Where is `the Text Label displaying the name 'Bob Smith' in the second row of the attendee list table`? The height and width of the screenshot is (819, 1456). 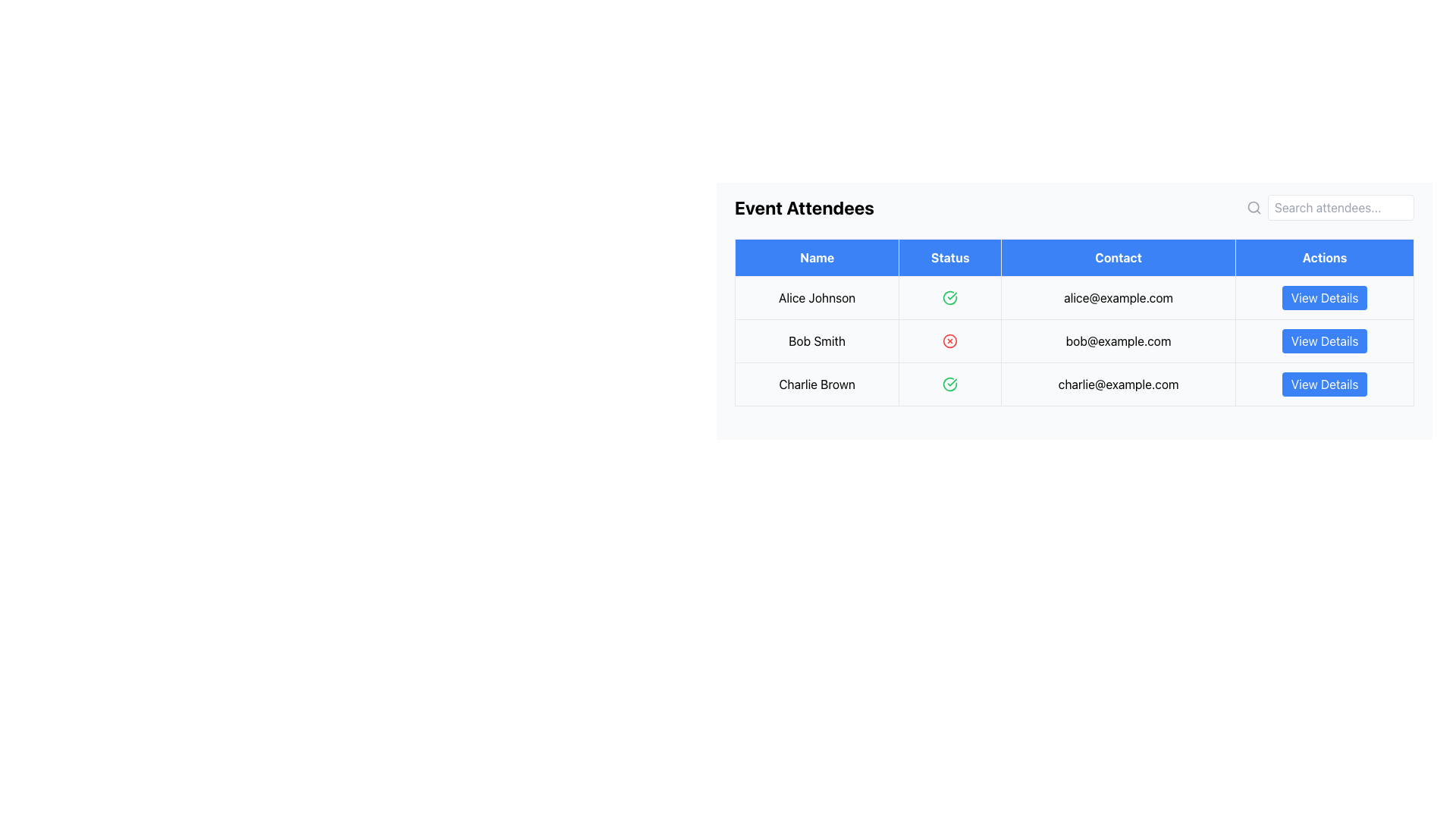 the Text Label displaying the name 'Bob Smith' in the second row of the attendee list table is located at coordinates (816, 341).